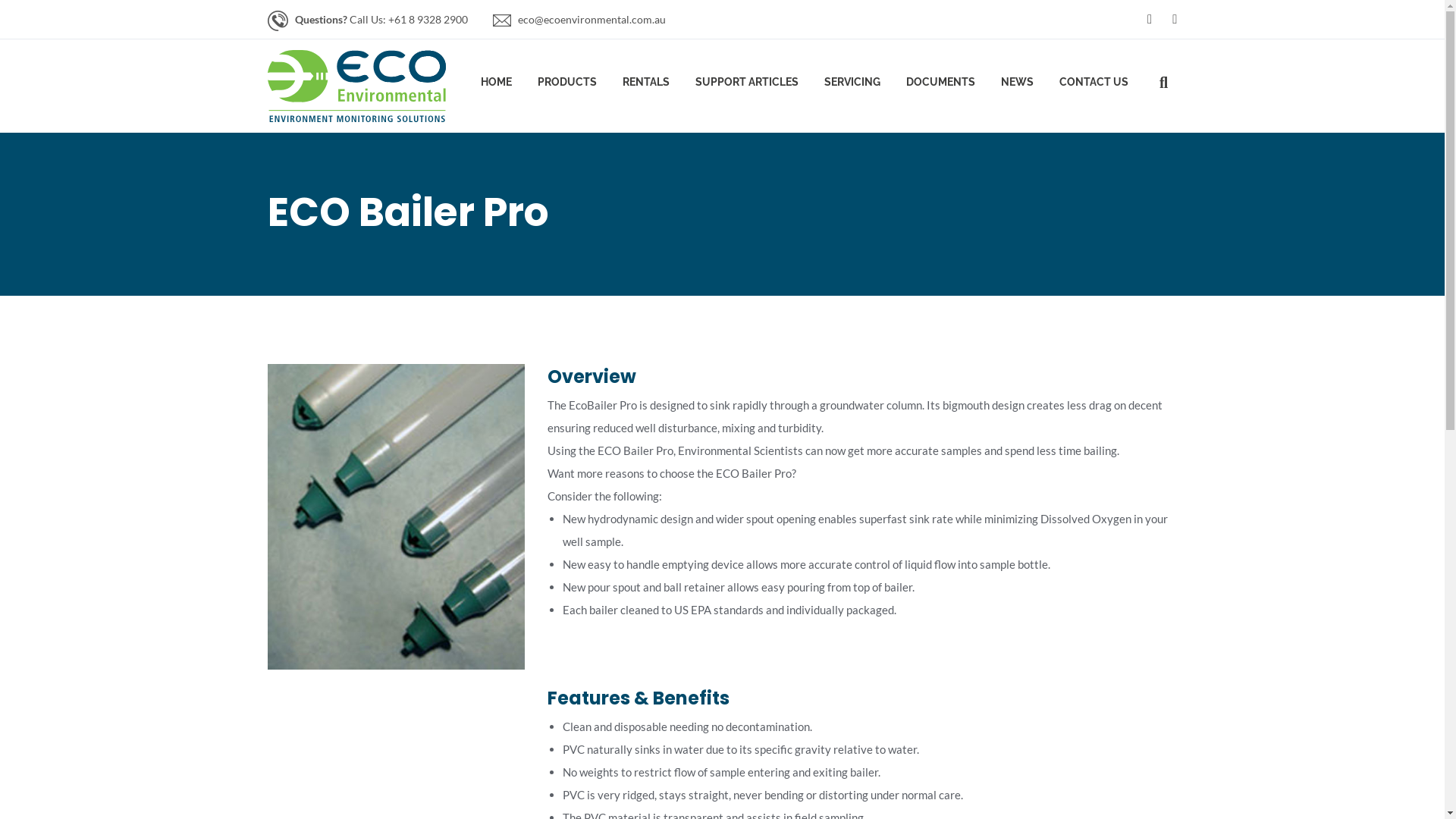 The image size is (1456, 819). What do you see at coordinates (590, 19) in the screenshot?
I see `'eco@ecoenvironmental.com.au'` at bounding box center [590, 19].